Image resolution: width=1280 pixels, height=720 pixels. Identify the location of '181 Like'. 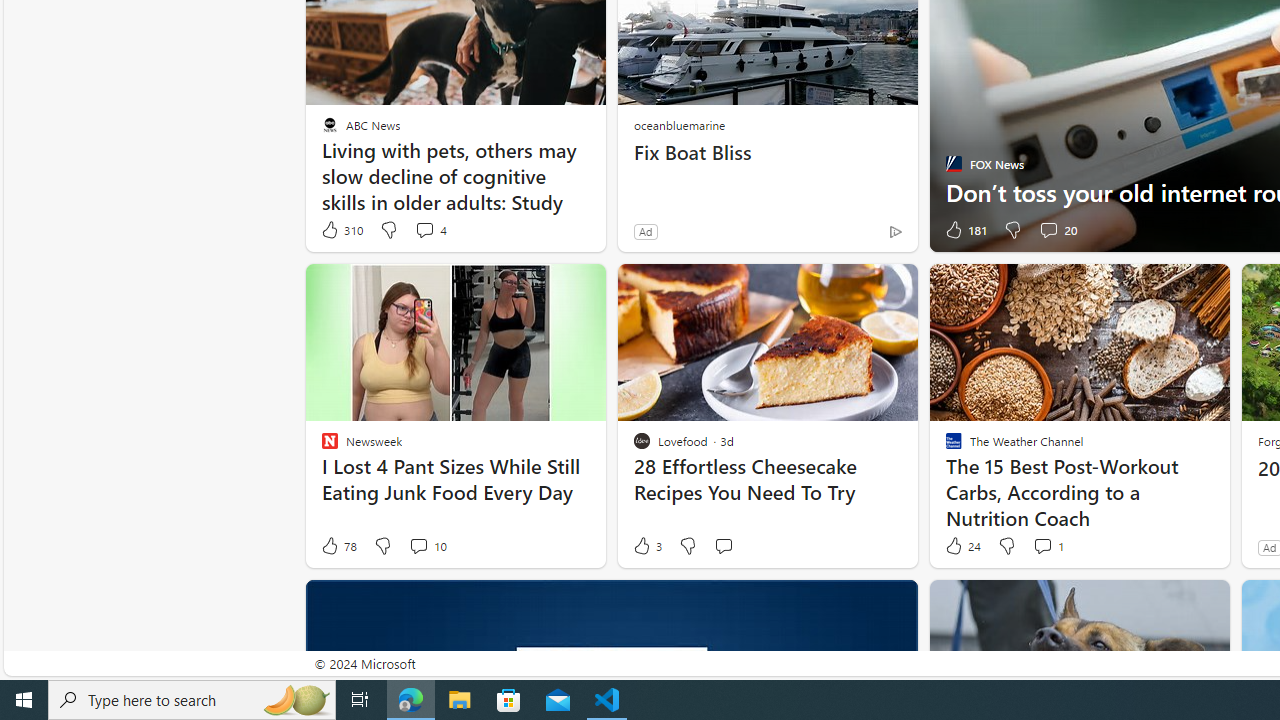
(964, 229).